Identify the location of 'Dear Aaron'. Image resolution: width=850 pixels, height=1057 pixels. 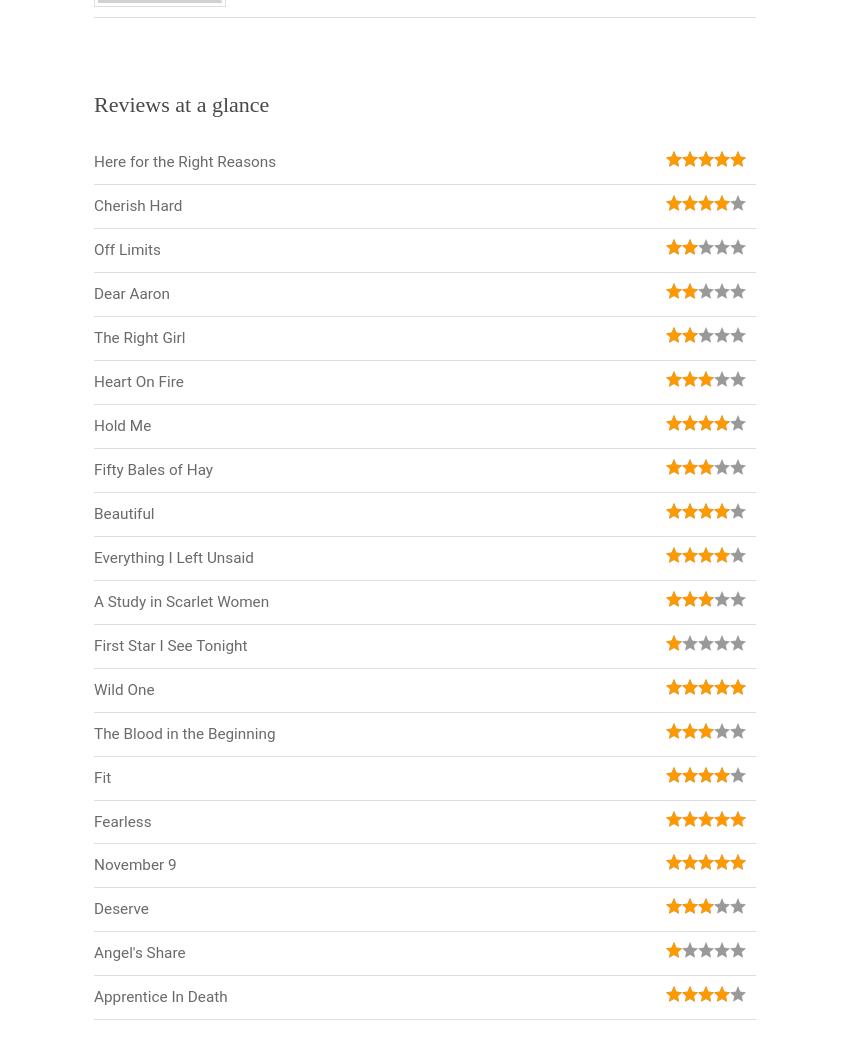
(131, 292).